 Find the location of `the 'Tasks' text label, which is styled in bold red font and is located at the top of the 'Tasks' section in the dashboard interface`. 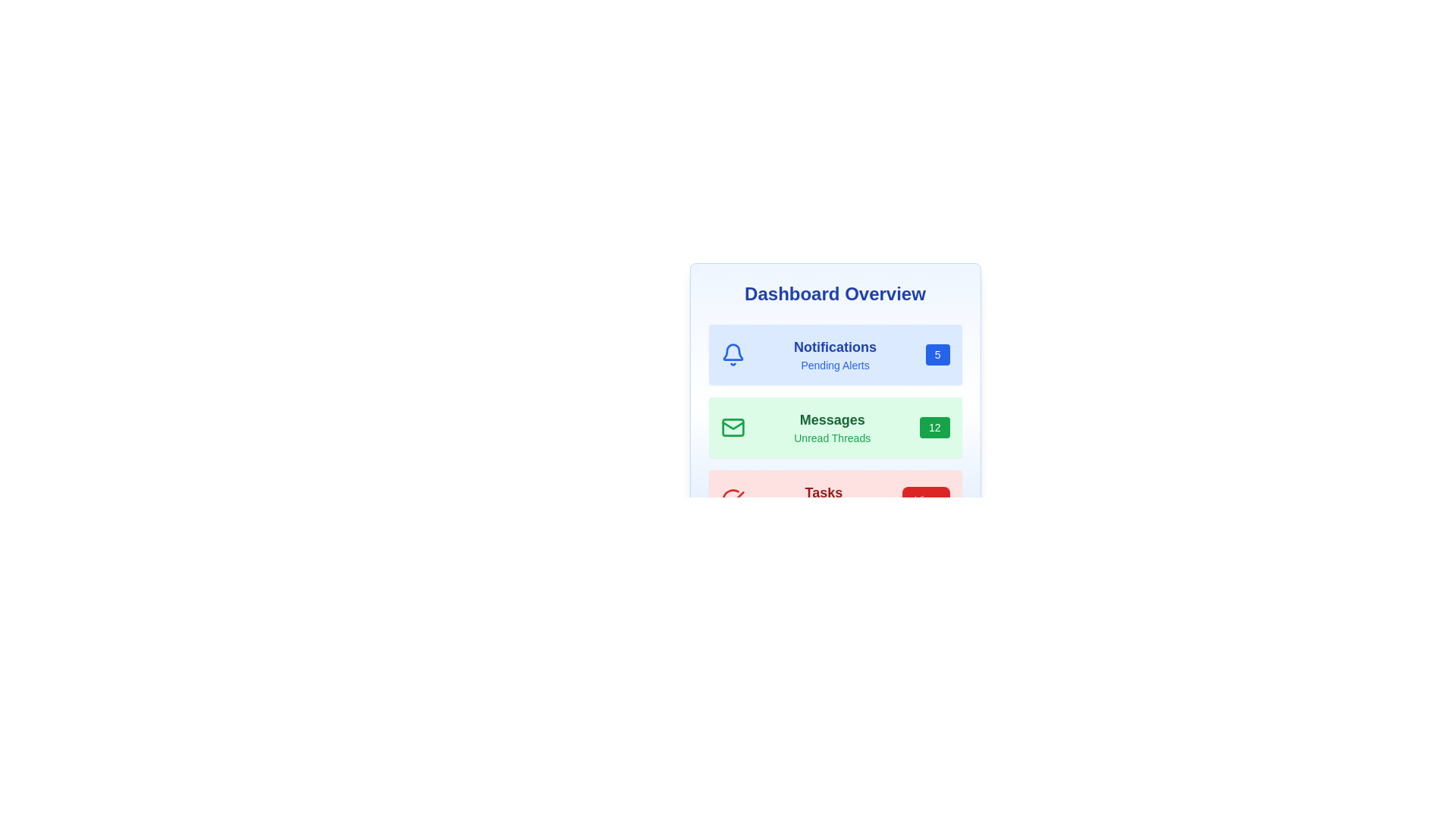

the 'Tasks' text label, which is styled in bold red font and is located at the top of the 'Tasks' section in the dashboard interface is located at coordinates (823, 493).